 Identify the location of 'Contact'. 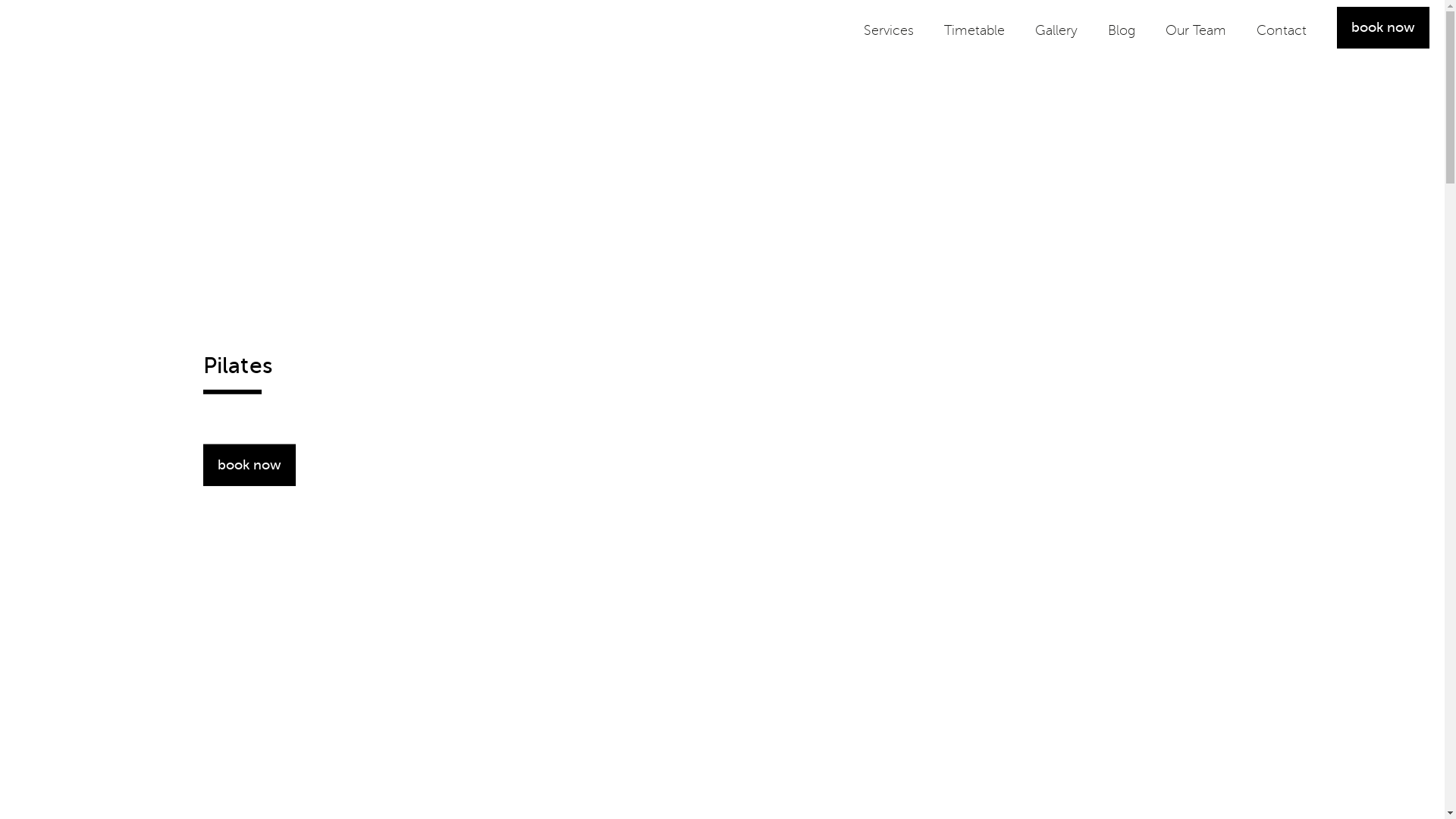
(1280, 33).